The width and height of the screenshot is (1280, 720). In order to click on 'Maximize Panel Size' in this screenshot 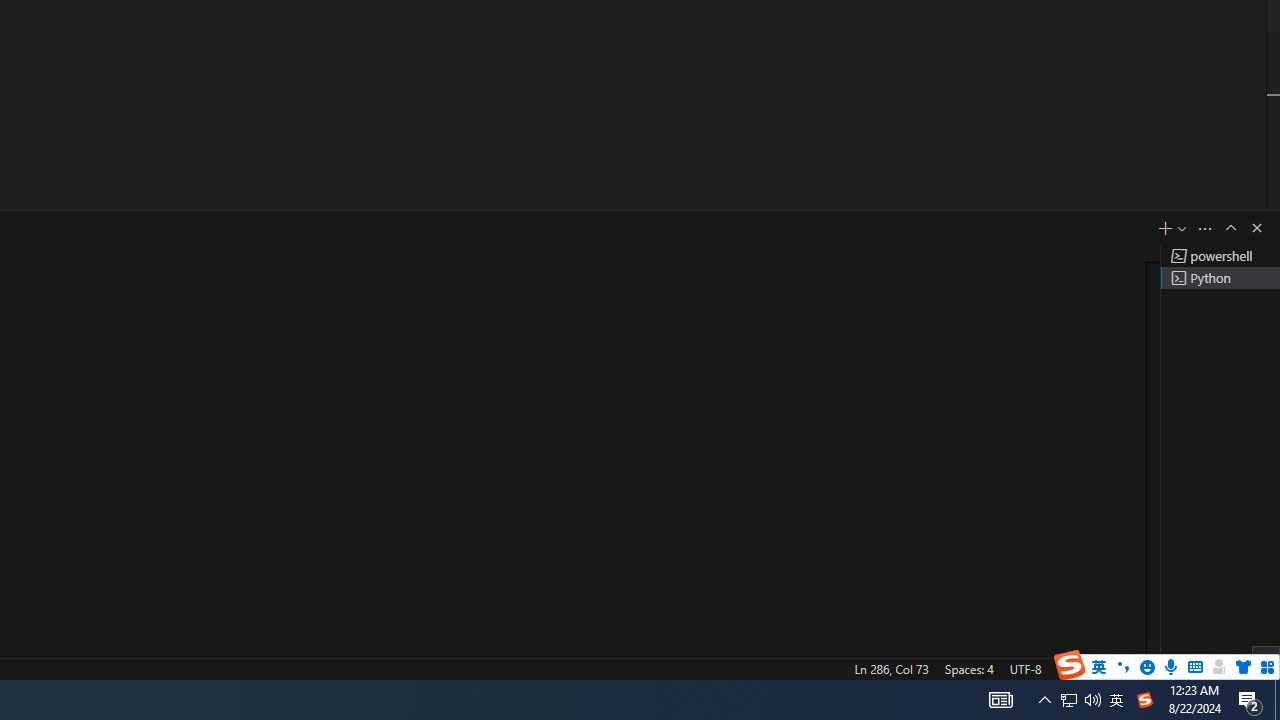, I will do `click(1229, 226)`.